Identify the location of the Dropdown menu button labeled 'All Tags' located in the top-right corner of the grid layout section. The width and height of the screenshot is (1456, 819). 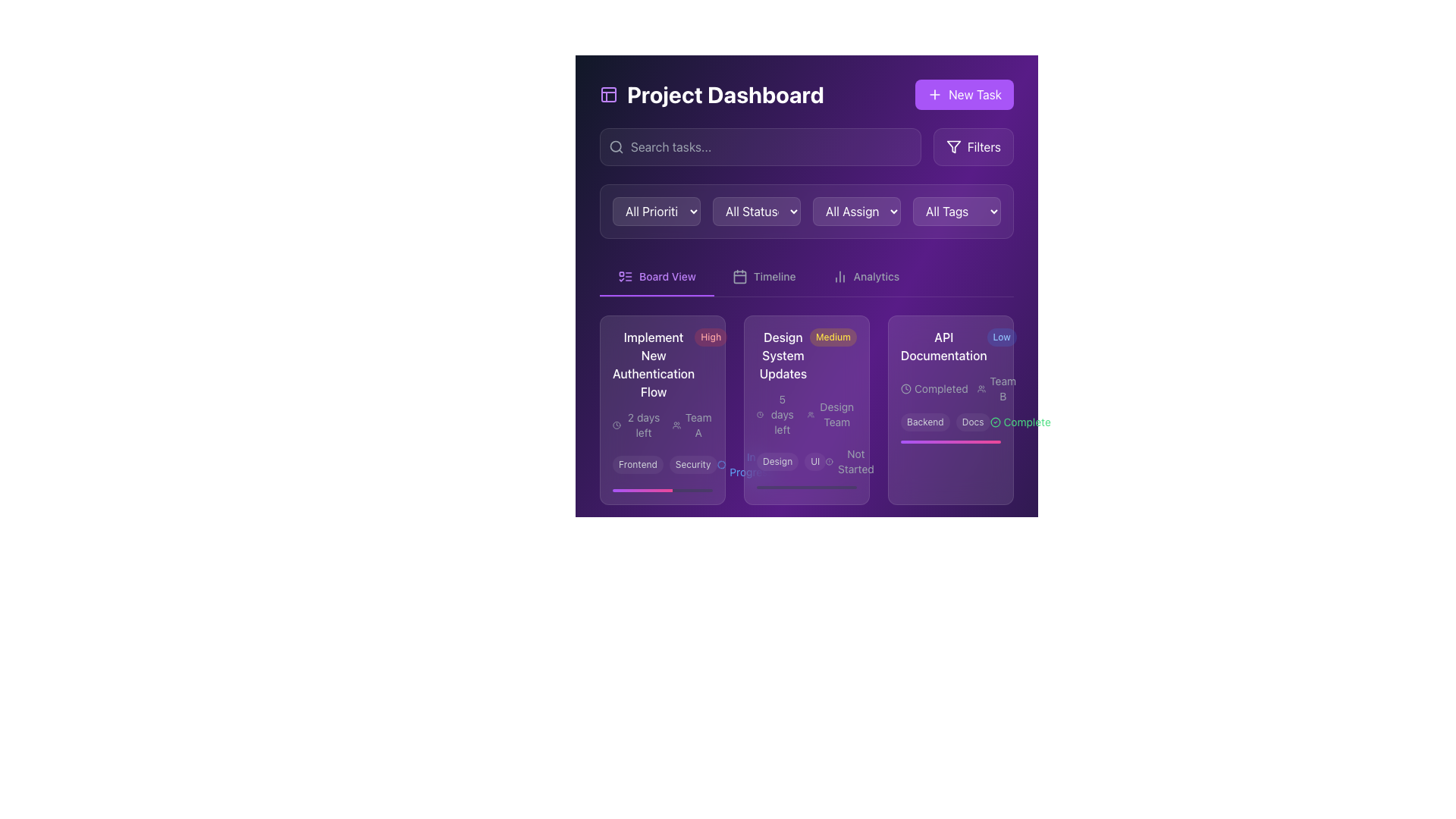
(956, 211).